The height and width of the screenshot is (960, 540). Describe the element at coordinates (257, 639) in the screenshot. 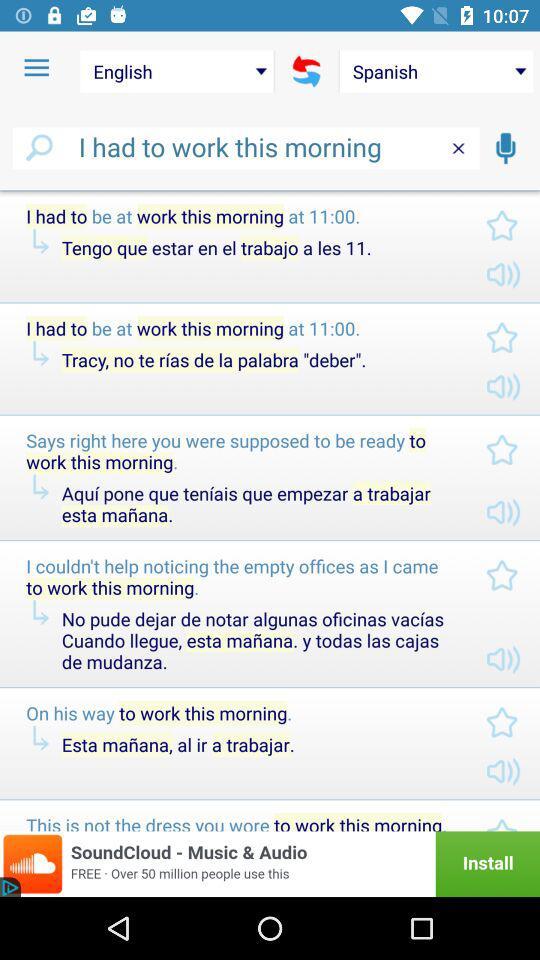

I see `the item below i couldn t icon` at that location.